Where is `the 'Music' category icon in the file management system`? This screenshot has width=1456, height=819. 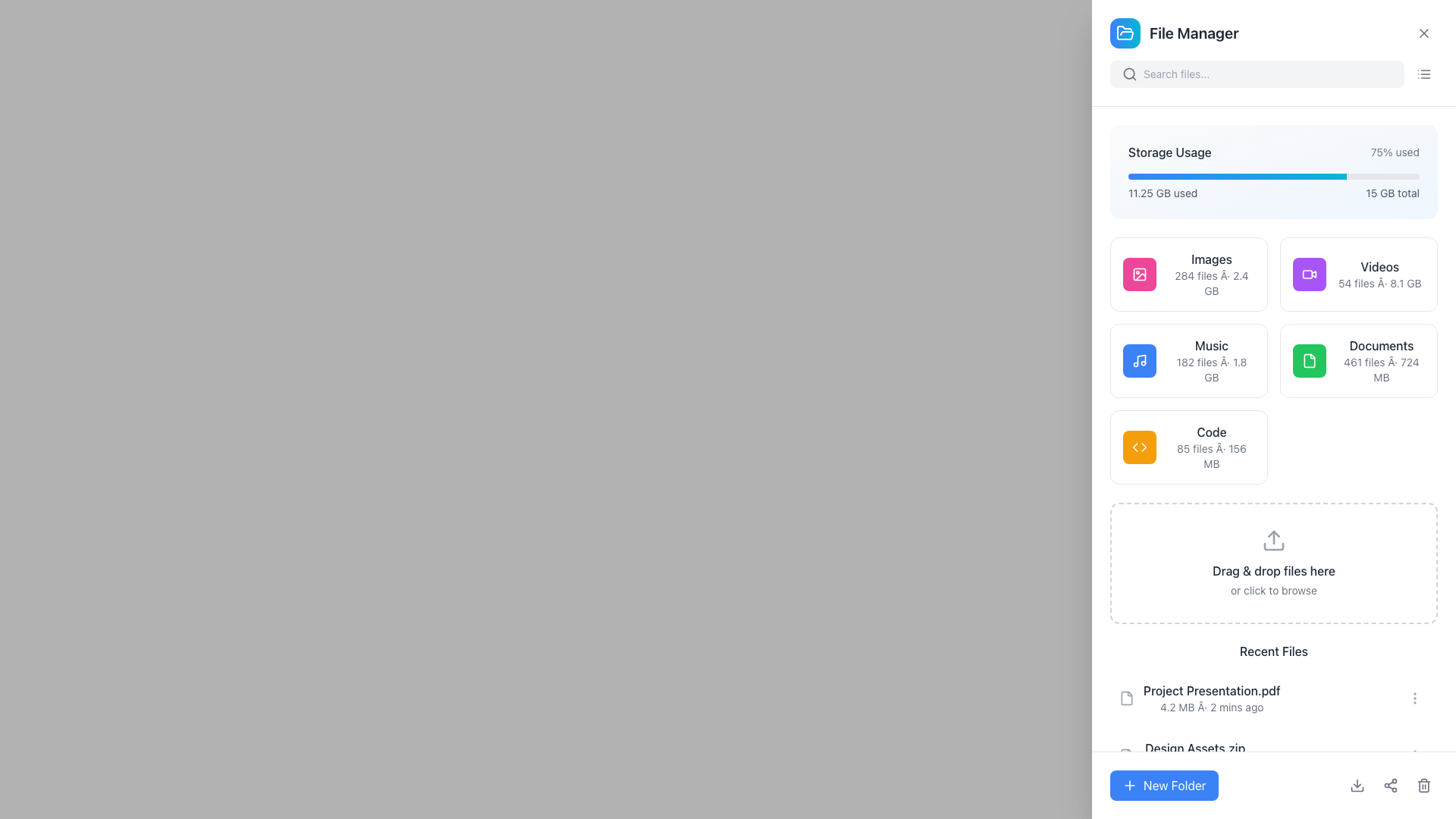
the 'Music' category icon in the file management system is located at coordinates (1139, 360).